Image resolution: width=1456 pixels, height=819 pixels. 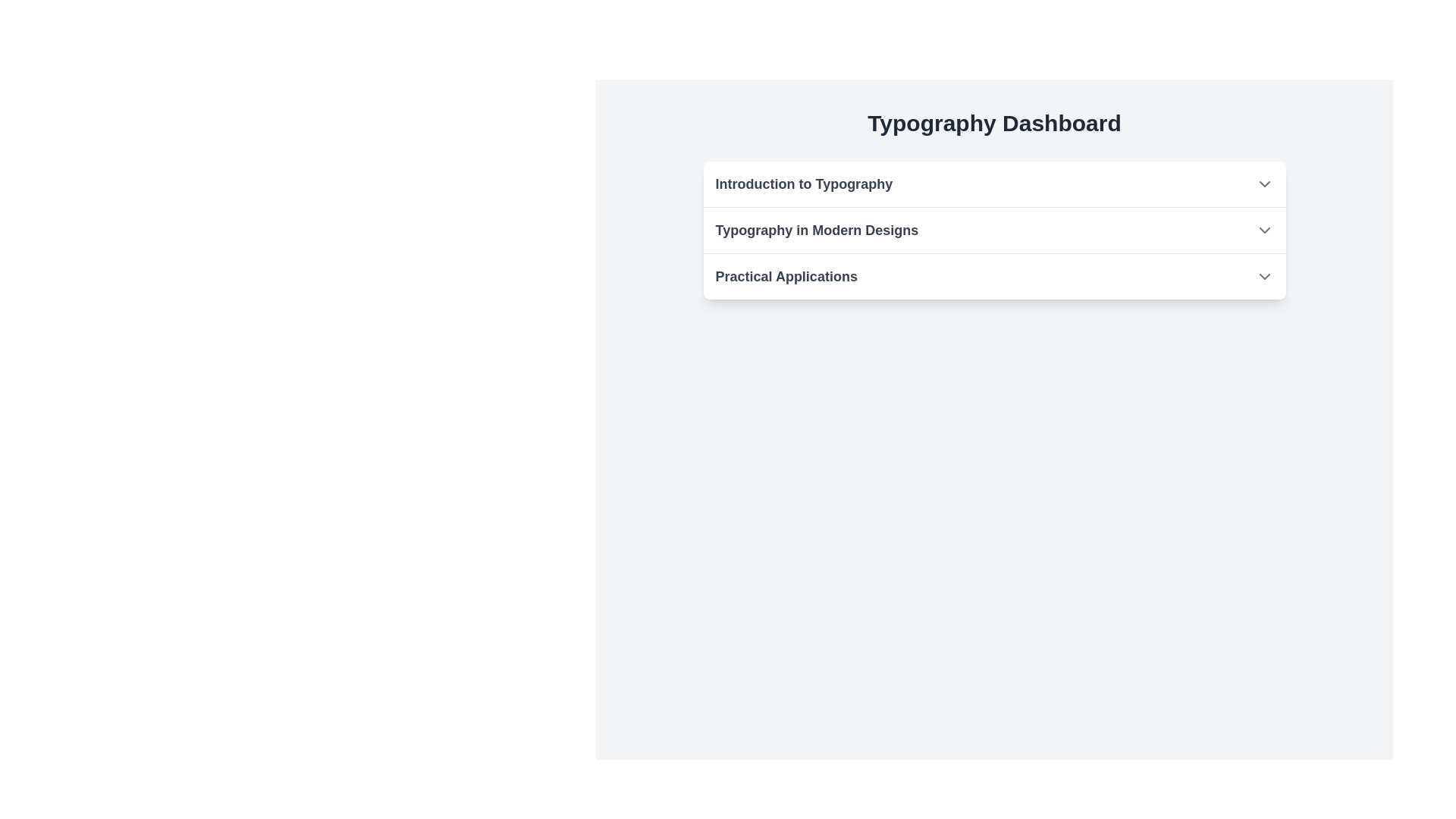 I want to click on the second item in the vertical list labeled 'Typography in Modern Designs', which is positioned between 'Introduction to Typography' and 'Practical Applications', so click(x=994, y=231).